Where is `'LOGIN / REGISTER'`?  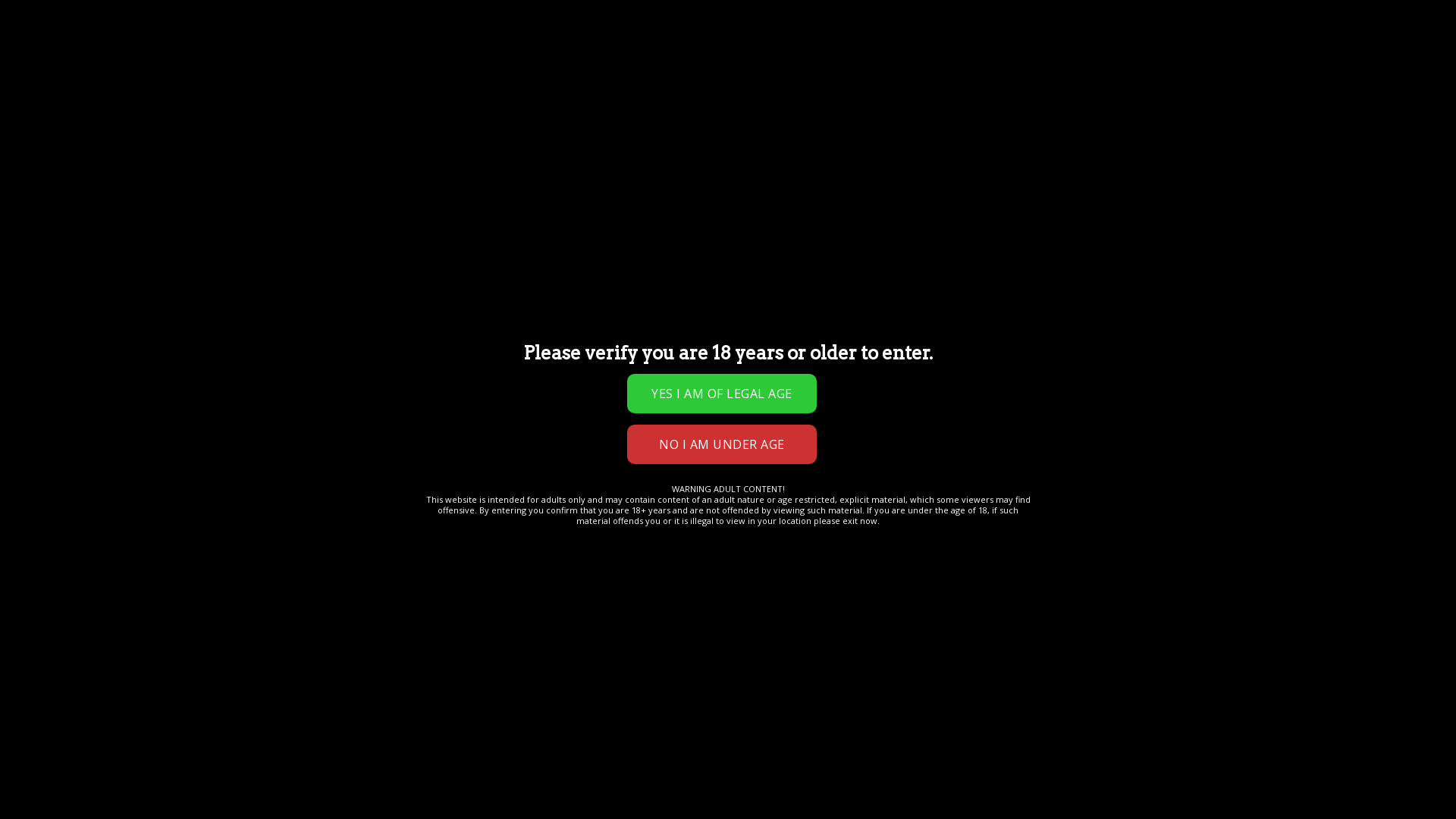
'LOGIN / REGISTER' is located at coordinates (680, 34).